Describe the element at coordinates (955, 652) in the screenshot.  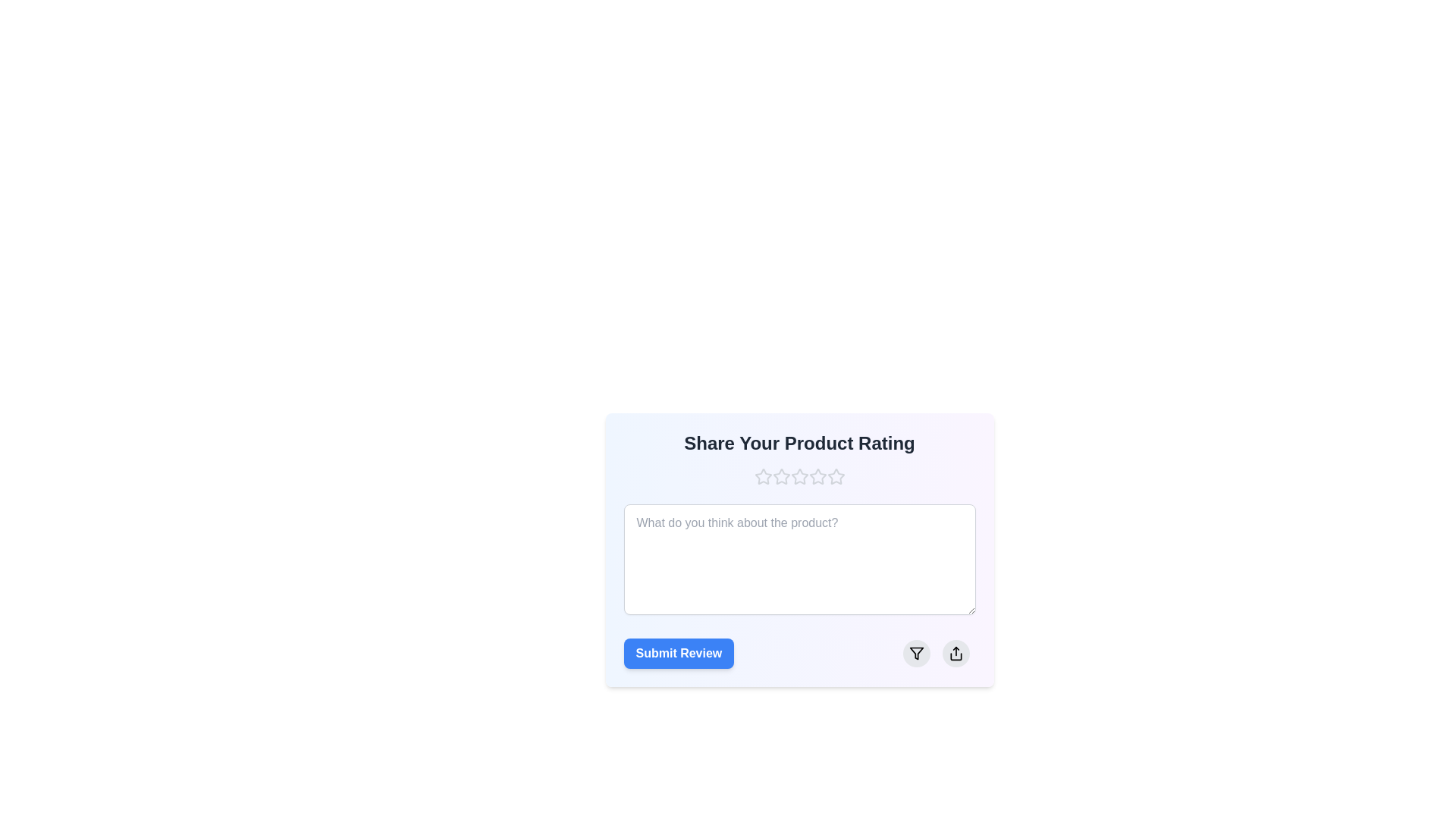
I see `the second button from the right in the horizontal group of buttons near the bottom-right area of the interface` at that location.